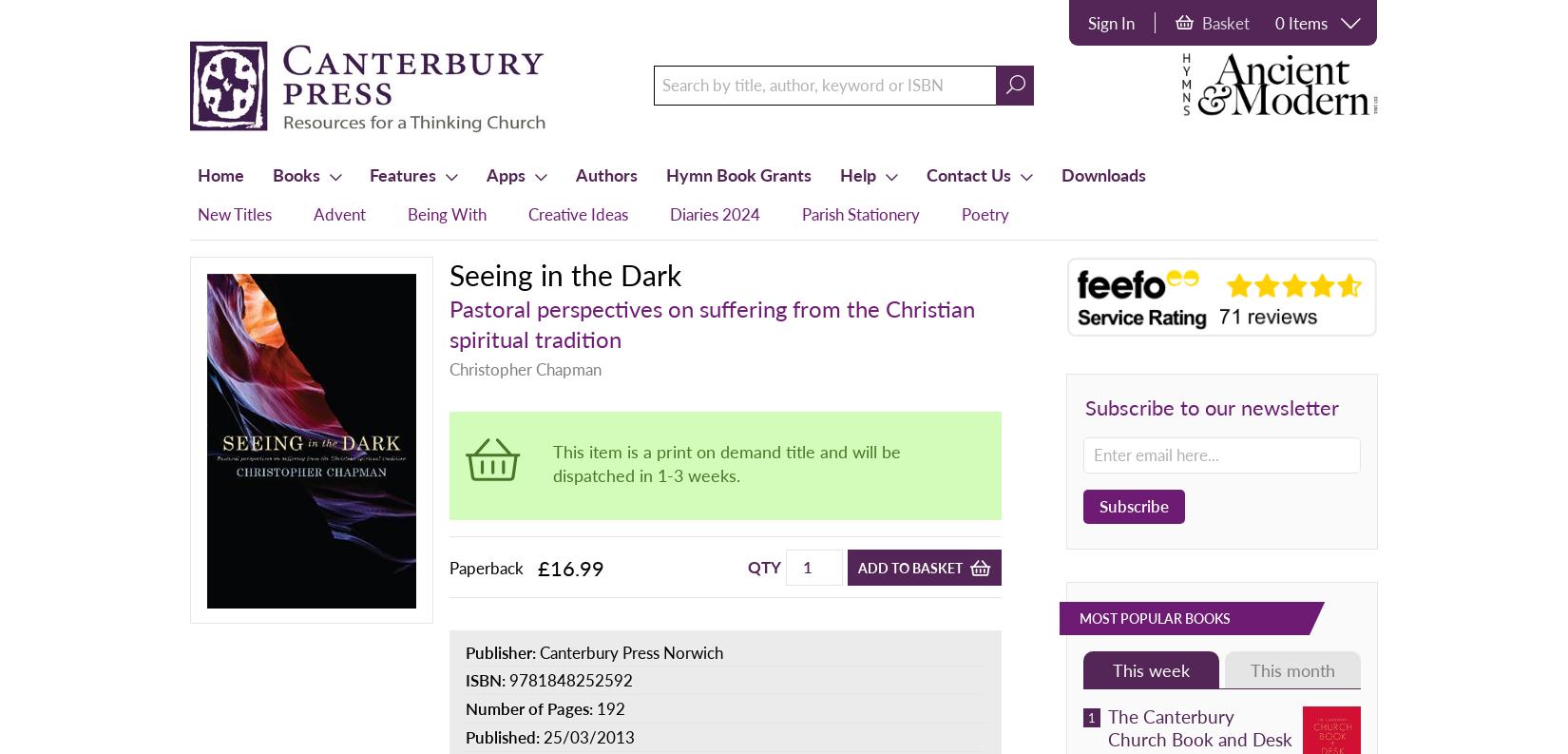 The width and height of the screenshot is (1568, 754). Describe the element at coordinates (725, 462) in the screenshot. I see `'This item is a print on demand title and will be dispatched in 1-3 weeks.'` at that location.